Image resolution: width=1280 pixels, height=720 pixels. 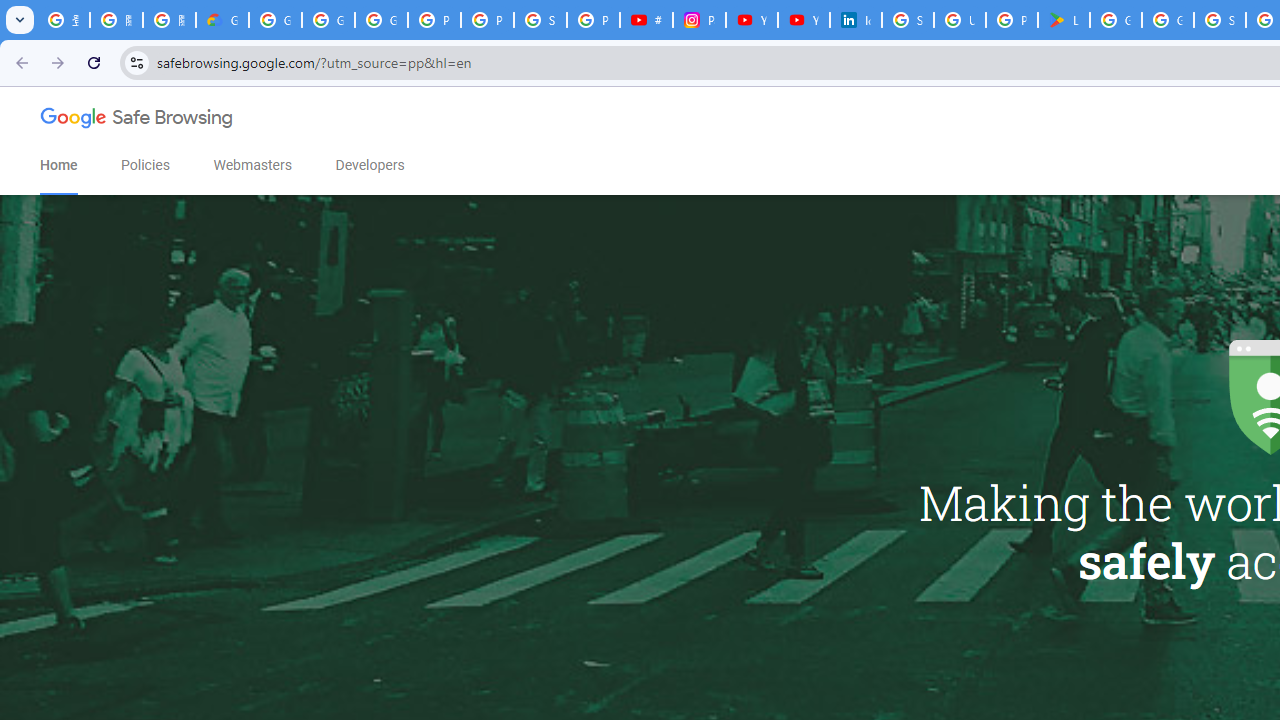 I want to click on 'Privacy Help Center - Policies Help', so click(x=487, y=20).